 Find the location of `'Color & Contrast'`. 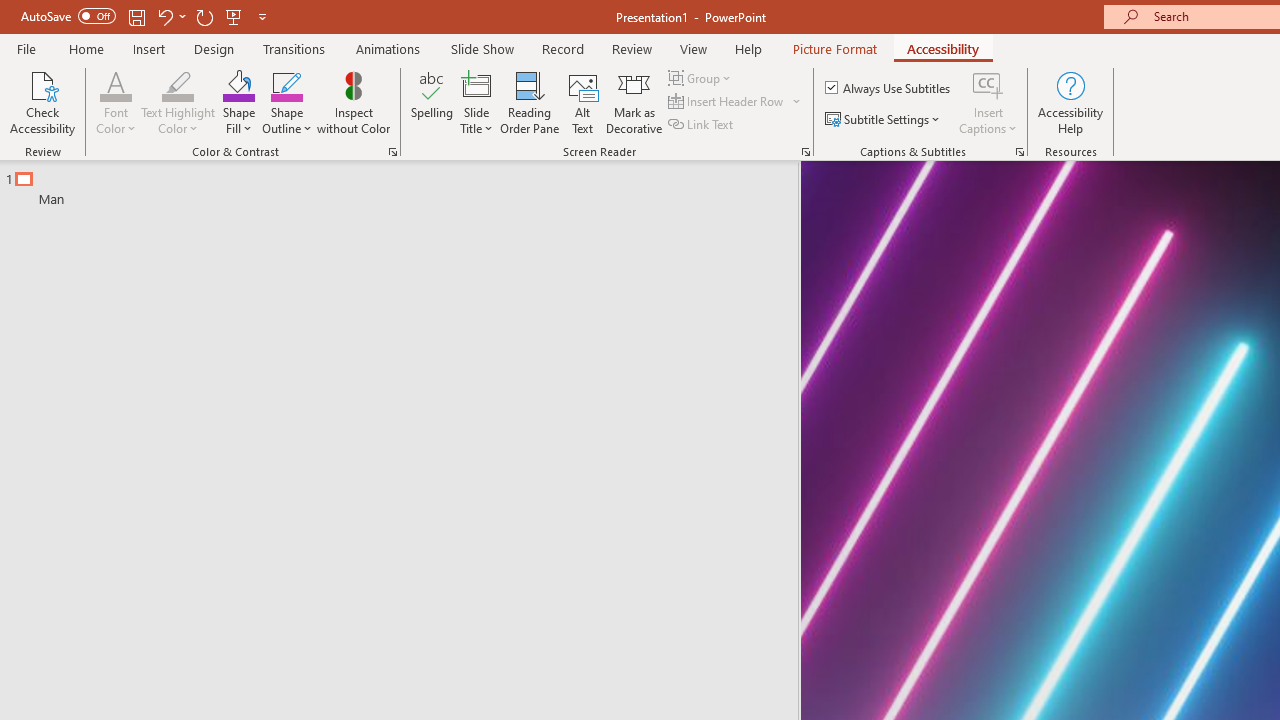

'Color & Contrast' is located at coordinates (392, 150).